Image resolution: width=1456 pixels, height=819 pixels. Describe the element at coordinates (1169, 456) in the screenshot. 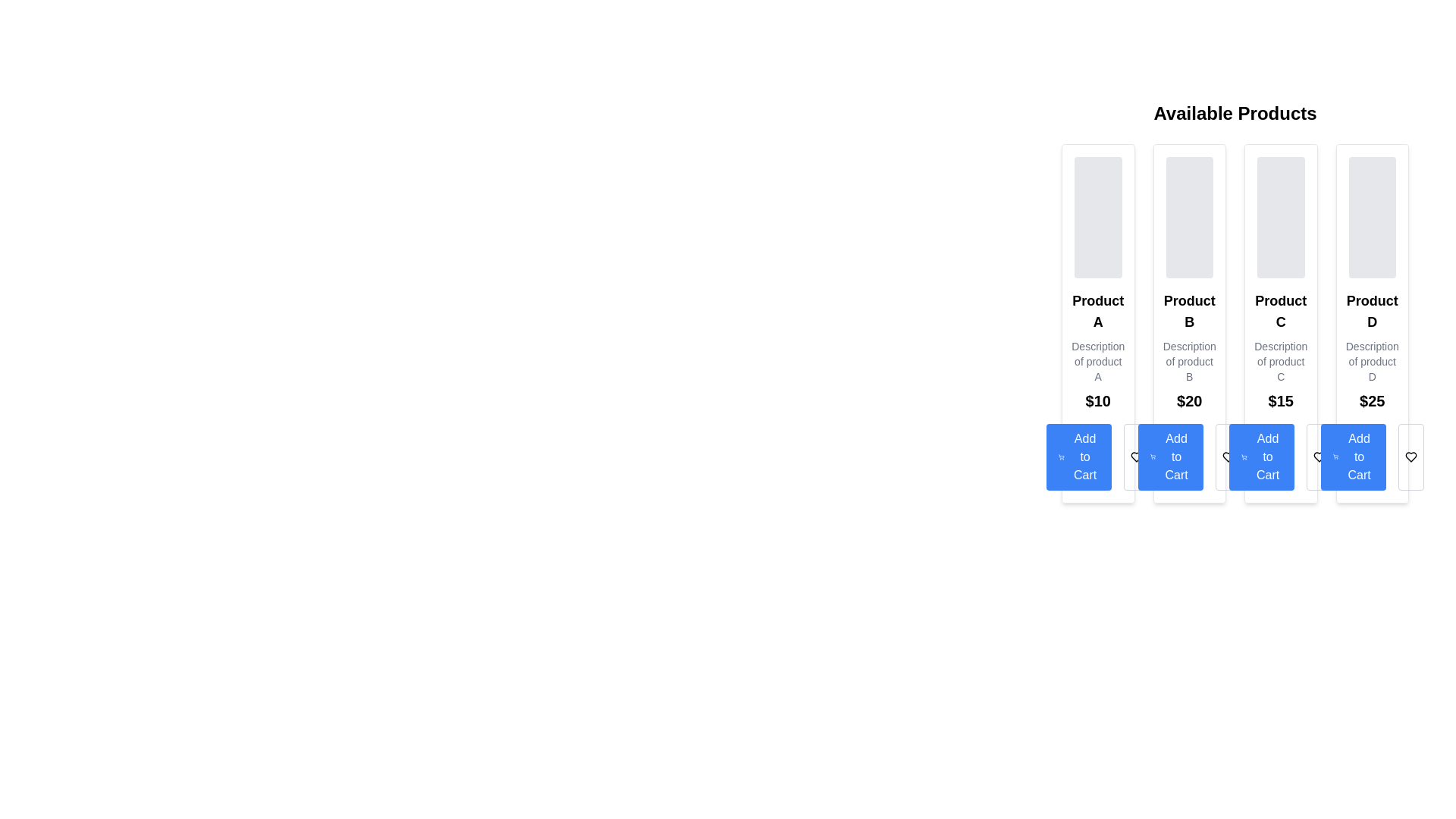

I see `the 'Add to Cart' button, which is a rectangular button with rounded corners and a blue background, displaying the text 'Add to Cart' in bold white font, located below 'Product B'` at that location.